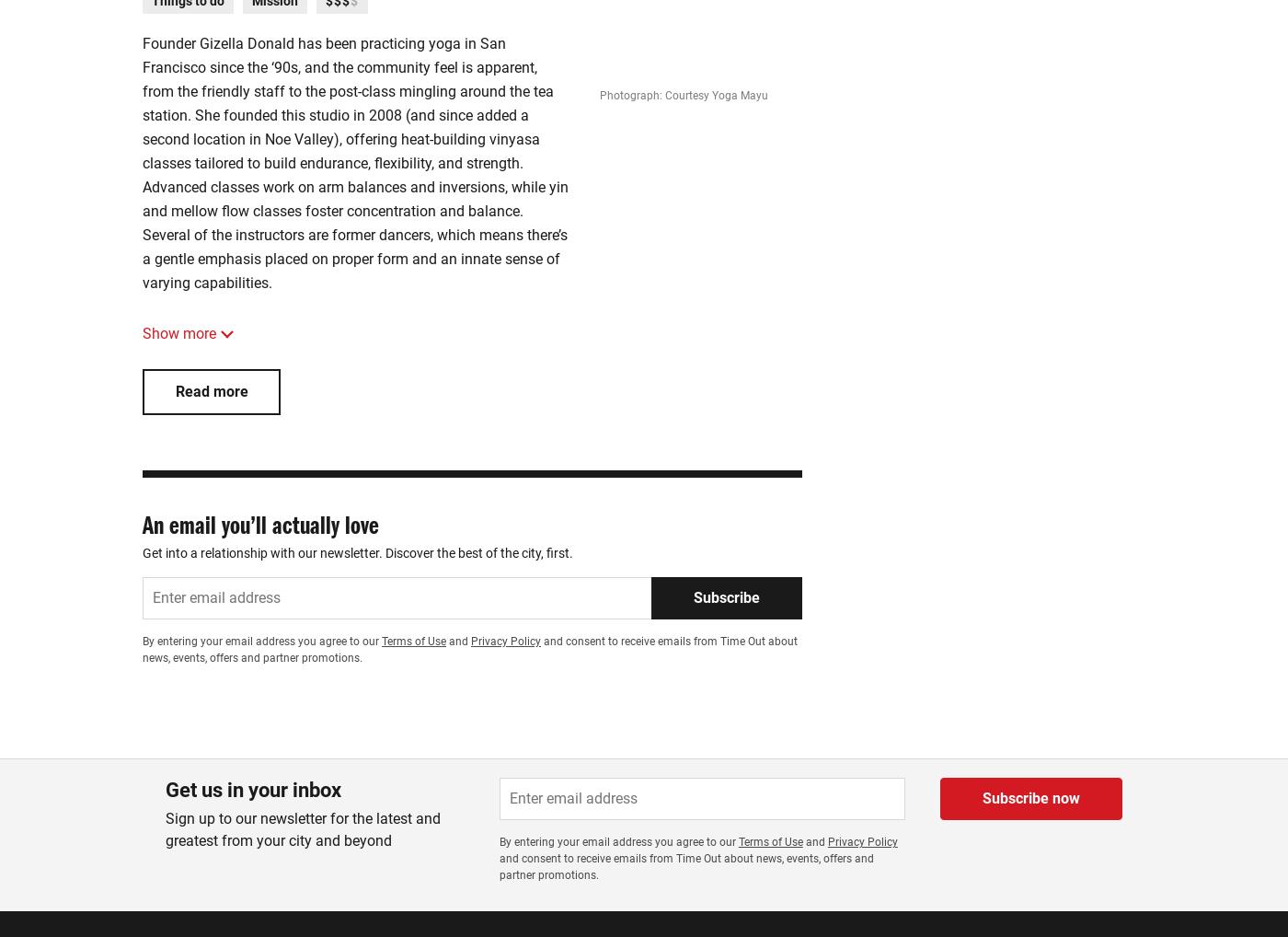 This screenshot has width=1288, height=937. Describe the element at coordinates (683, 95) in the screenshot. I see `'Photograph: Courtesy Yoga Mayu'` at that location.